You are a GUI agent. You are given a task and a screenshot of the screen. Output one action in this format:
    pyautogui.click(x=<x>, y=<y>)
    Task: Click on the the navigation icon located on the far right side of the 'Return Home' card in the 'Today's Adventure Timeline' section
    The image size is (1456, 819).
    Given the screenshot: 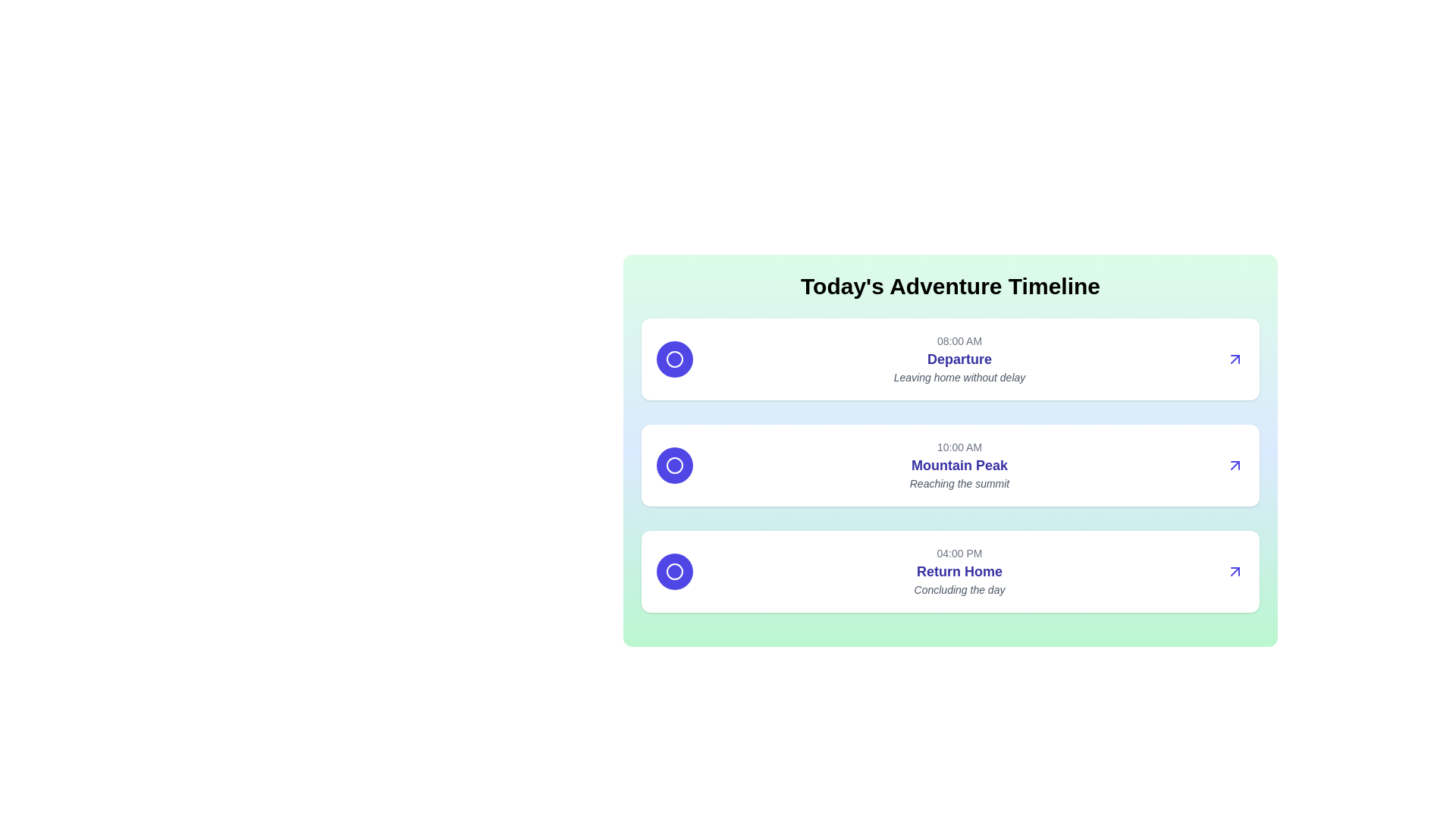 What is the action you would take?
    pyautogui.click(x=1235, y=571)
    